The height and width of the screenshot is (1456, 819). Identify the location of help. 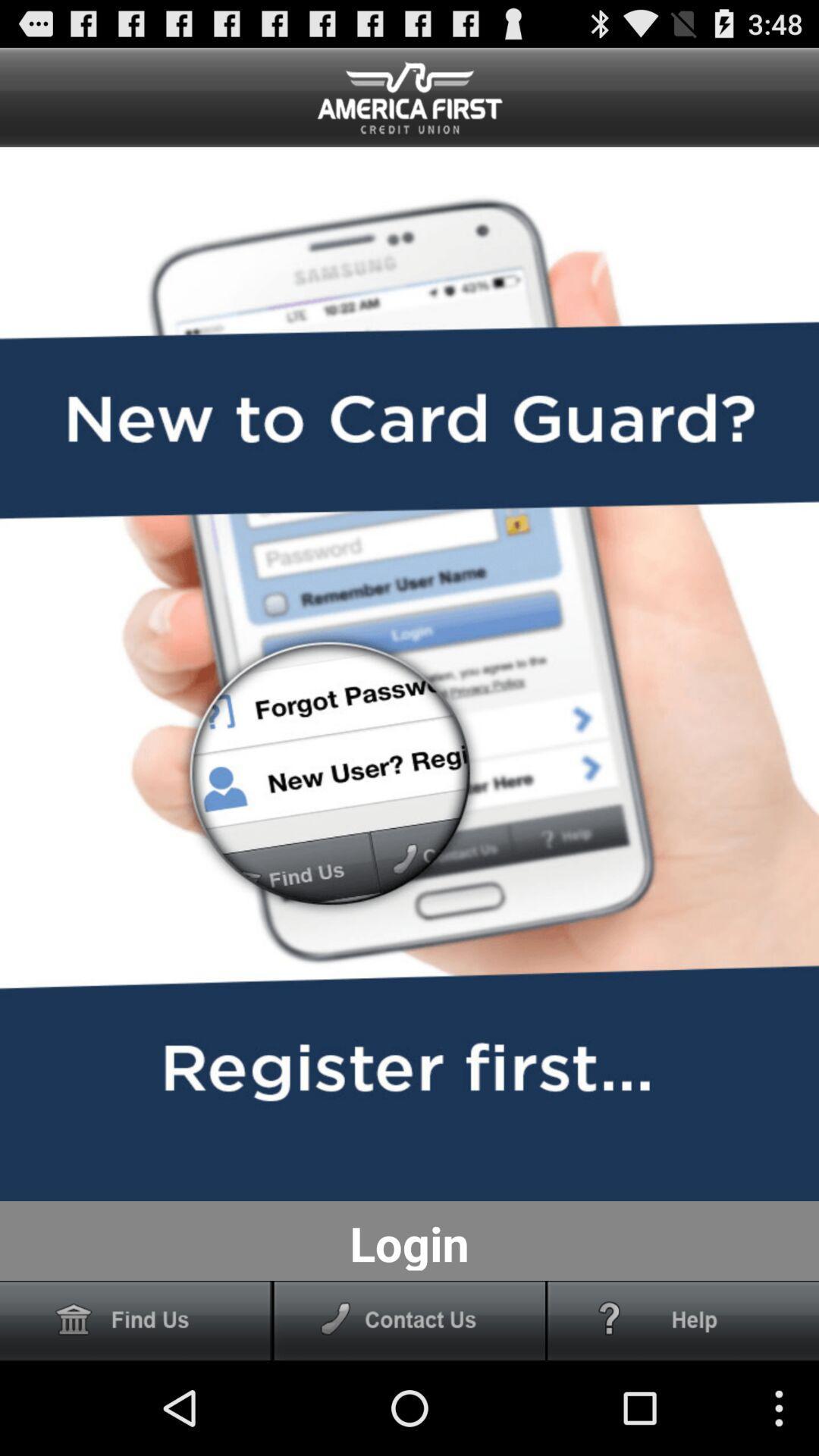
(683, 1319).